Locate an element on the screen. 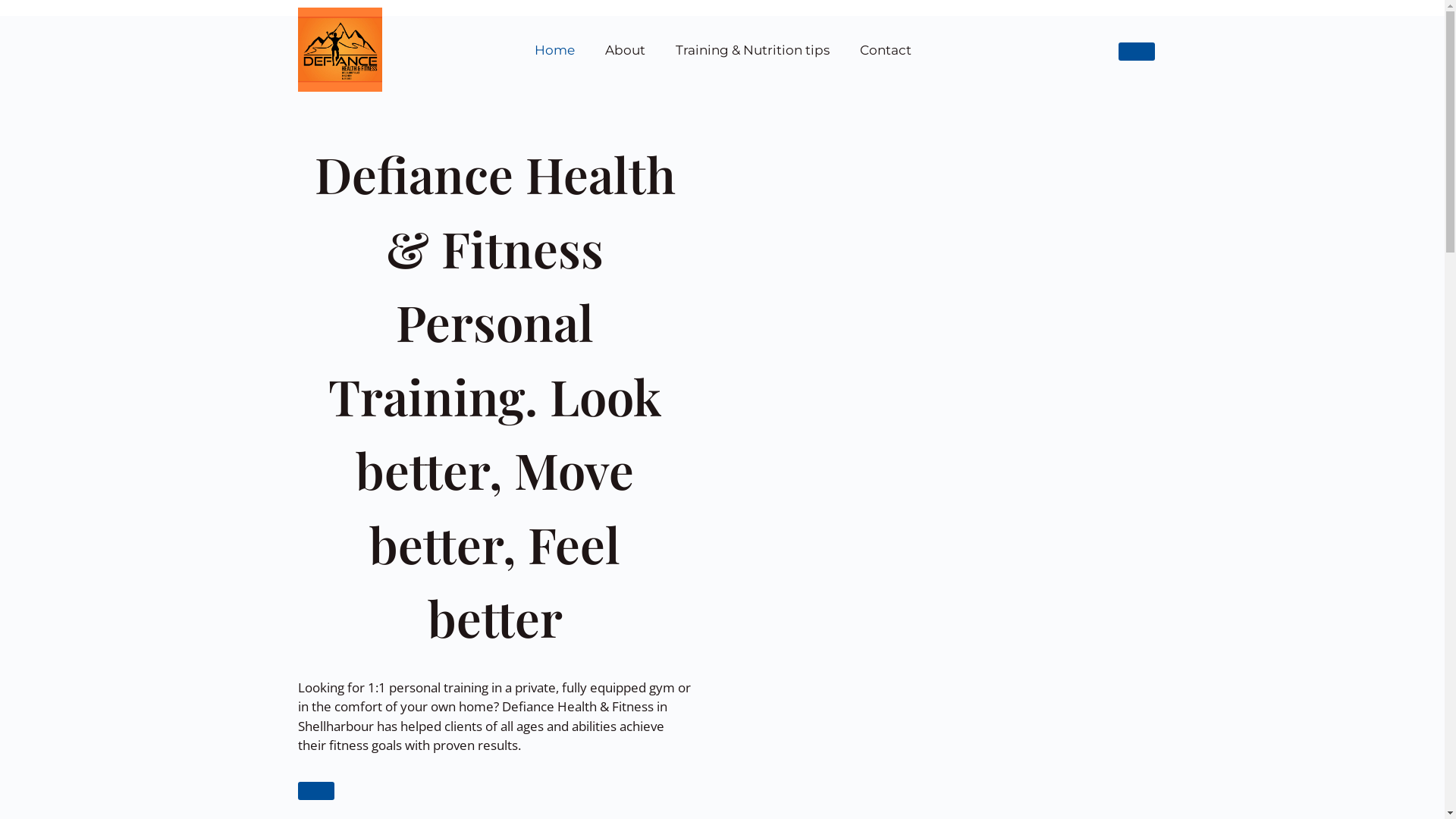  'Contact' is located at coordinates (885, 49).